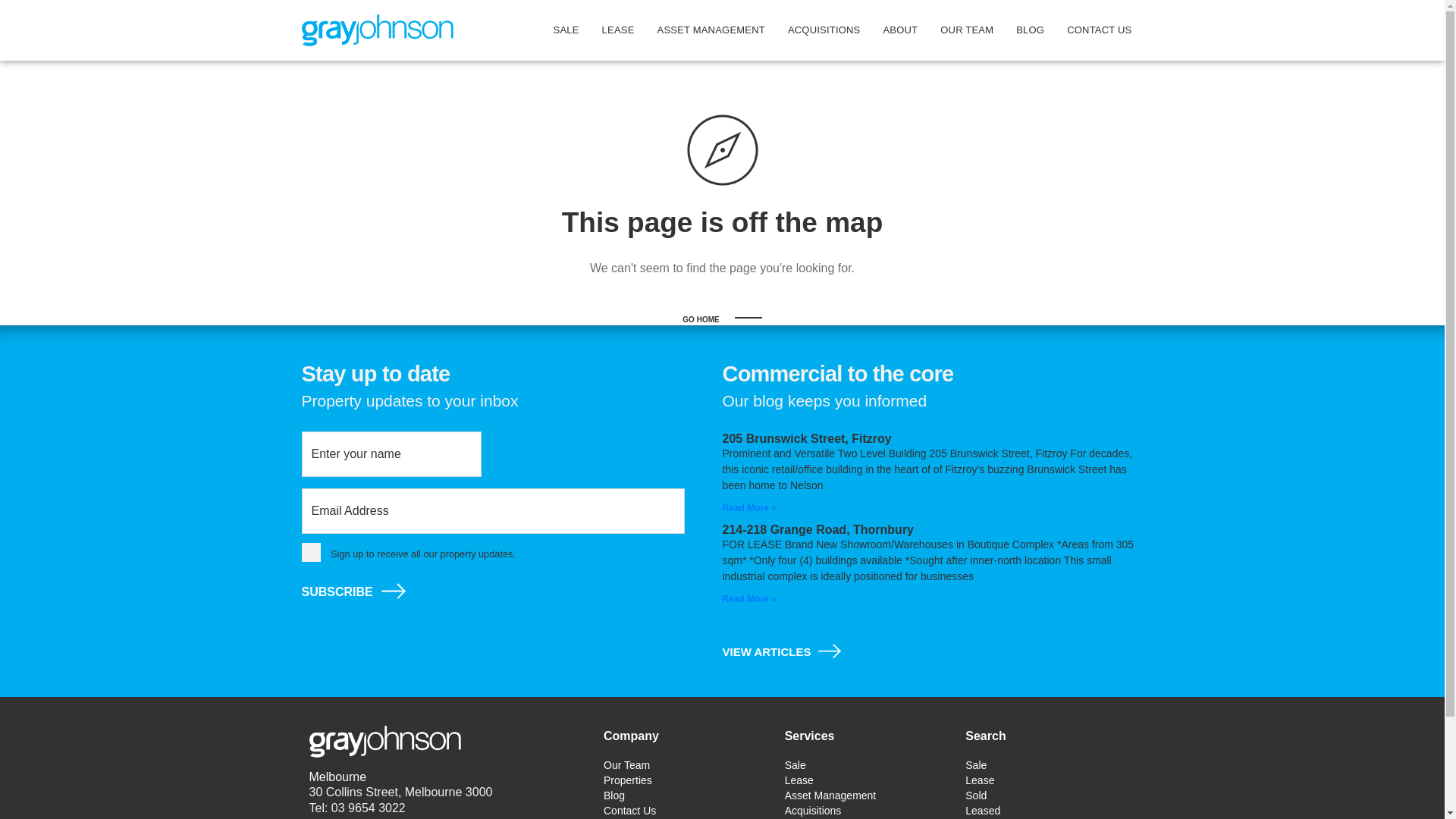 Image resolution: width=1456 pixels, height=819 pixels. I want to click on 'Contact Us', so click(686, 809).